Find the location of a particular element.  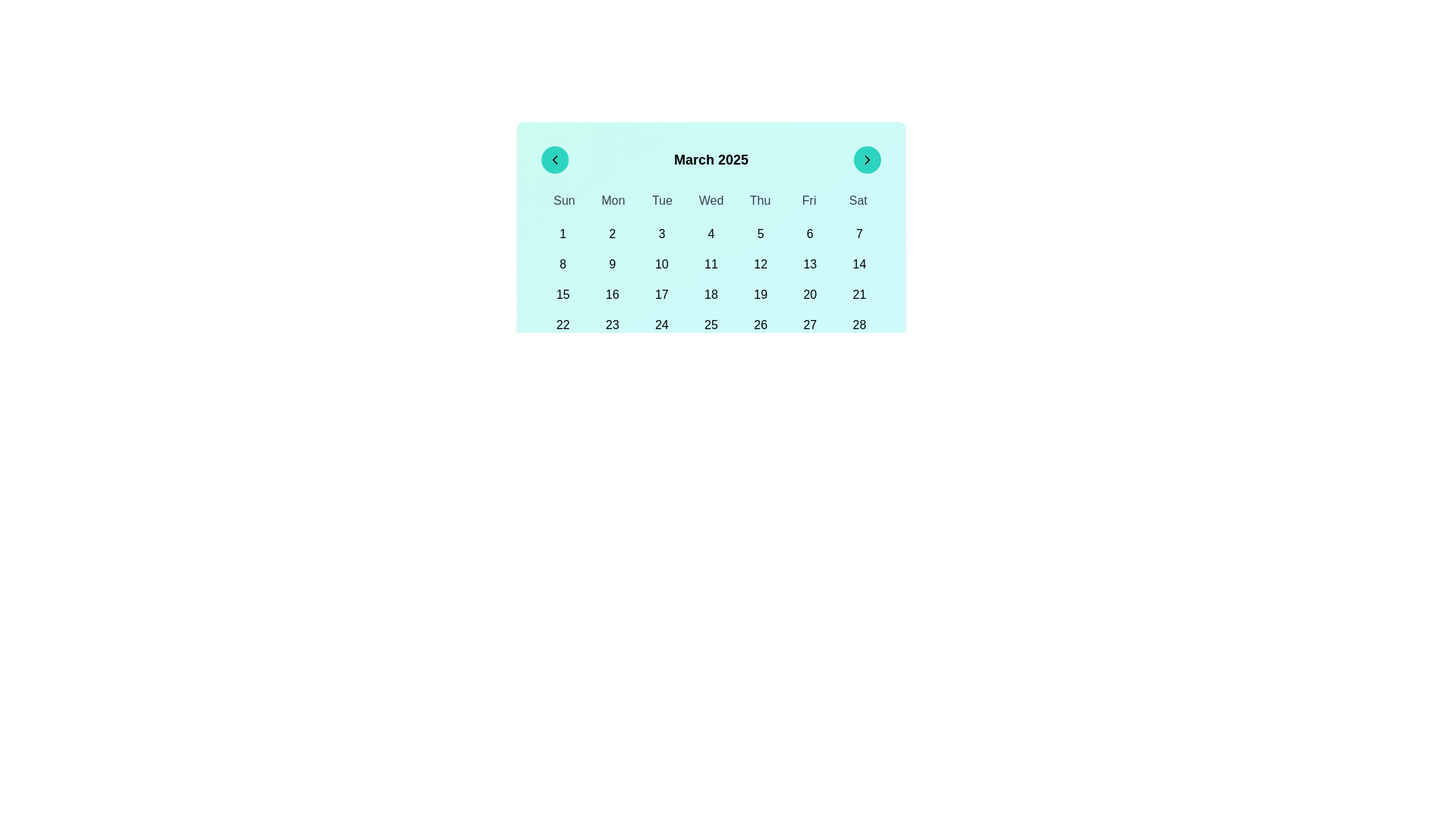

the grid cell representing the 25th day of March 2025 is located at coordinates (710, 324).